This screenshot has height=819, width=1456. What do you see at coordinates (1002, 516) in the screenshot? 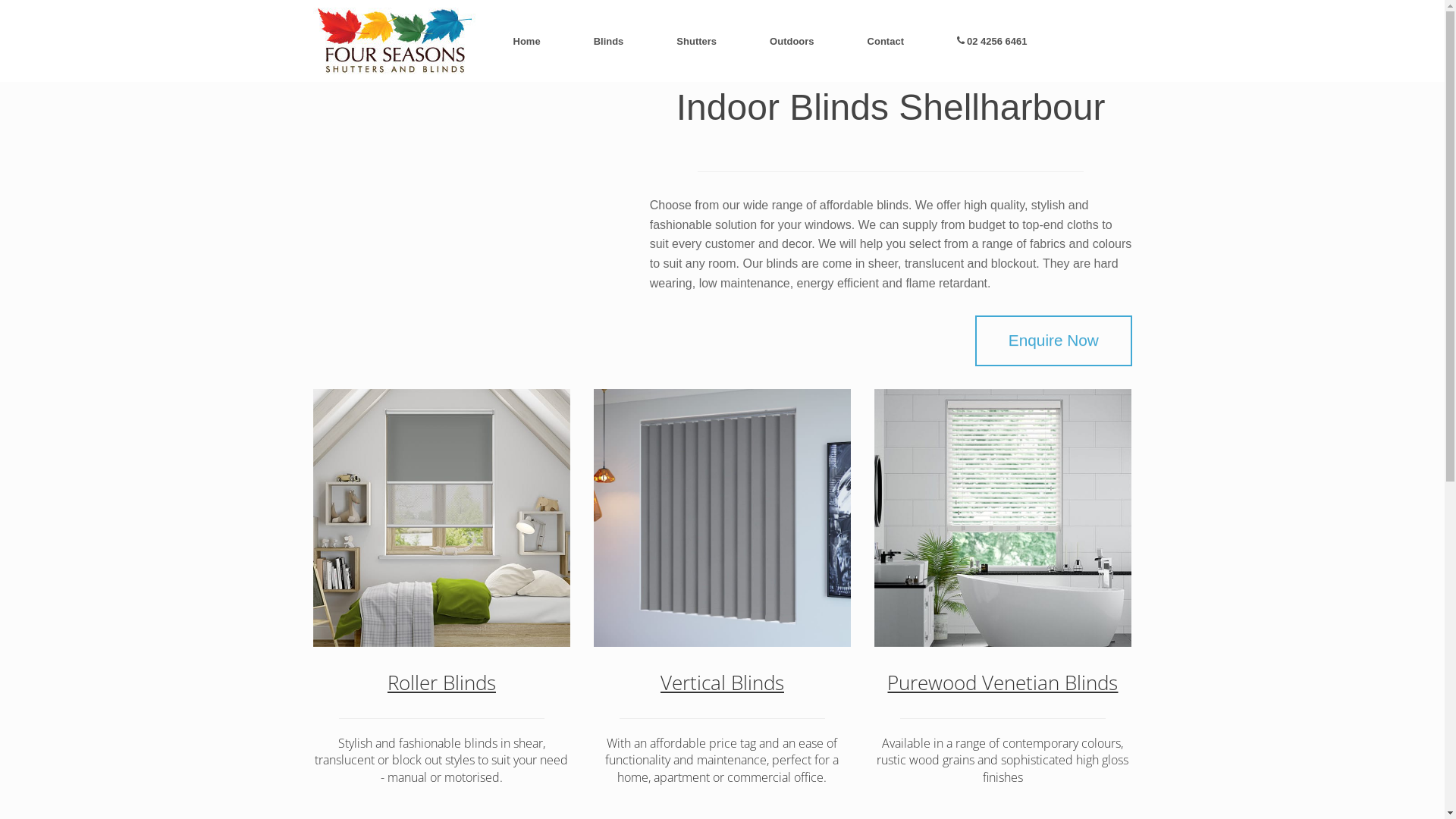
I see `'Purewood Venetians'` at bounding box center [1002, 516].